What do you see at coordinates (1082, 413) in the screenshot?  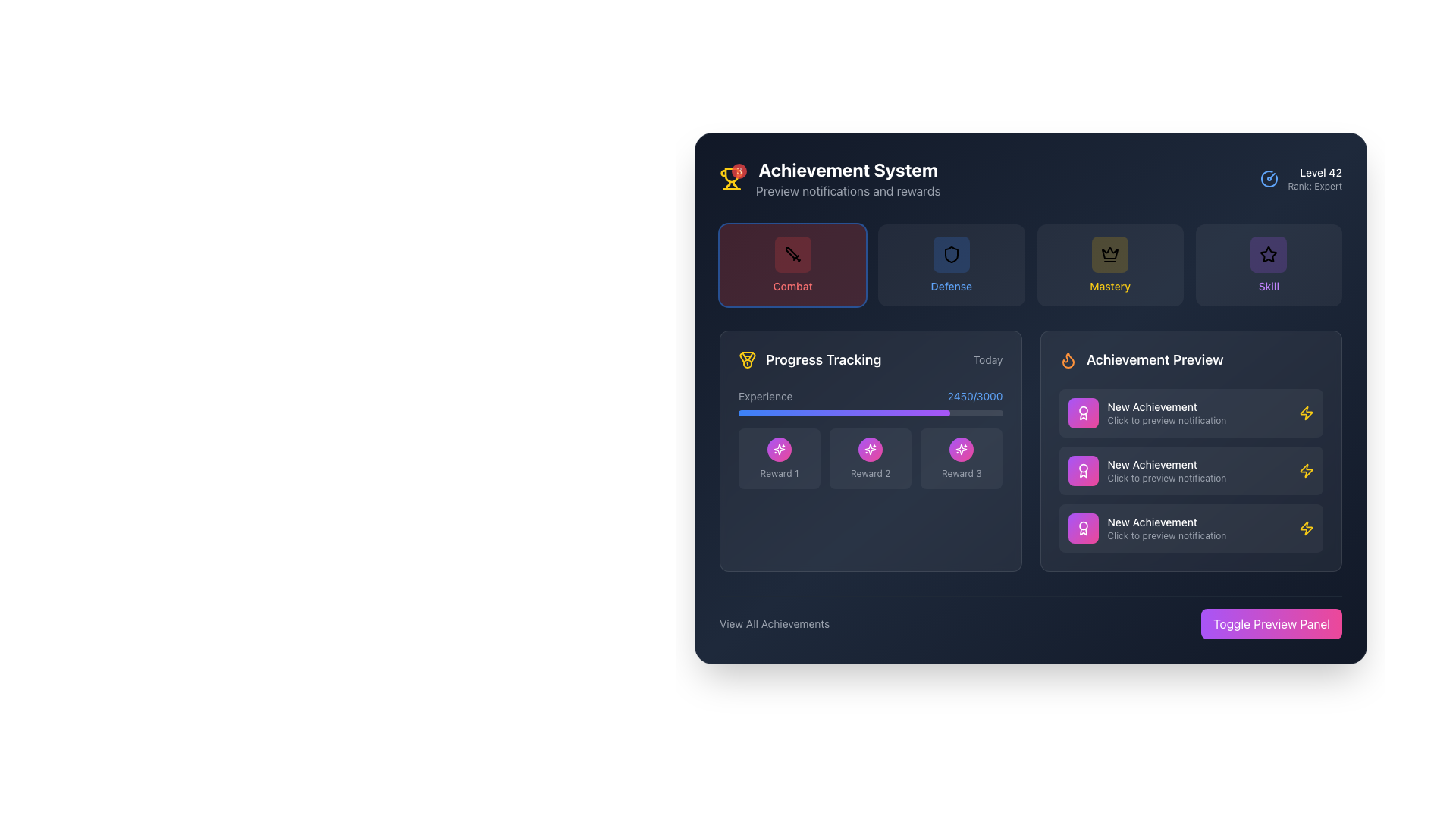 I see `the square gradient-filled icon button with a white award icon, located in the first notification entry of the 'Achievement Preview' section` at bounding box center [1082, 413].